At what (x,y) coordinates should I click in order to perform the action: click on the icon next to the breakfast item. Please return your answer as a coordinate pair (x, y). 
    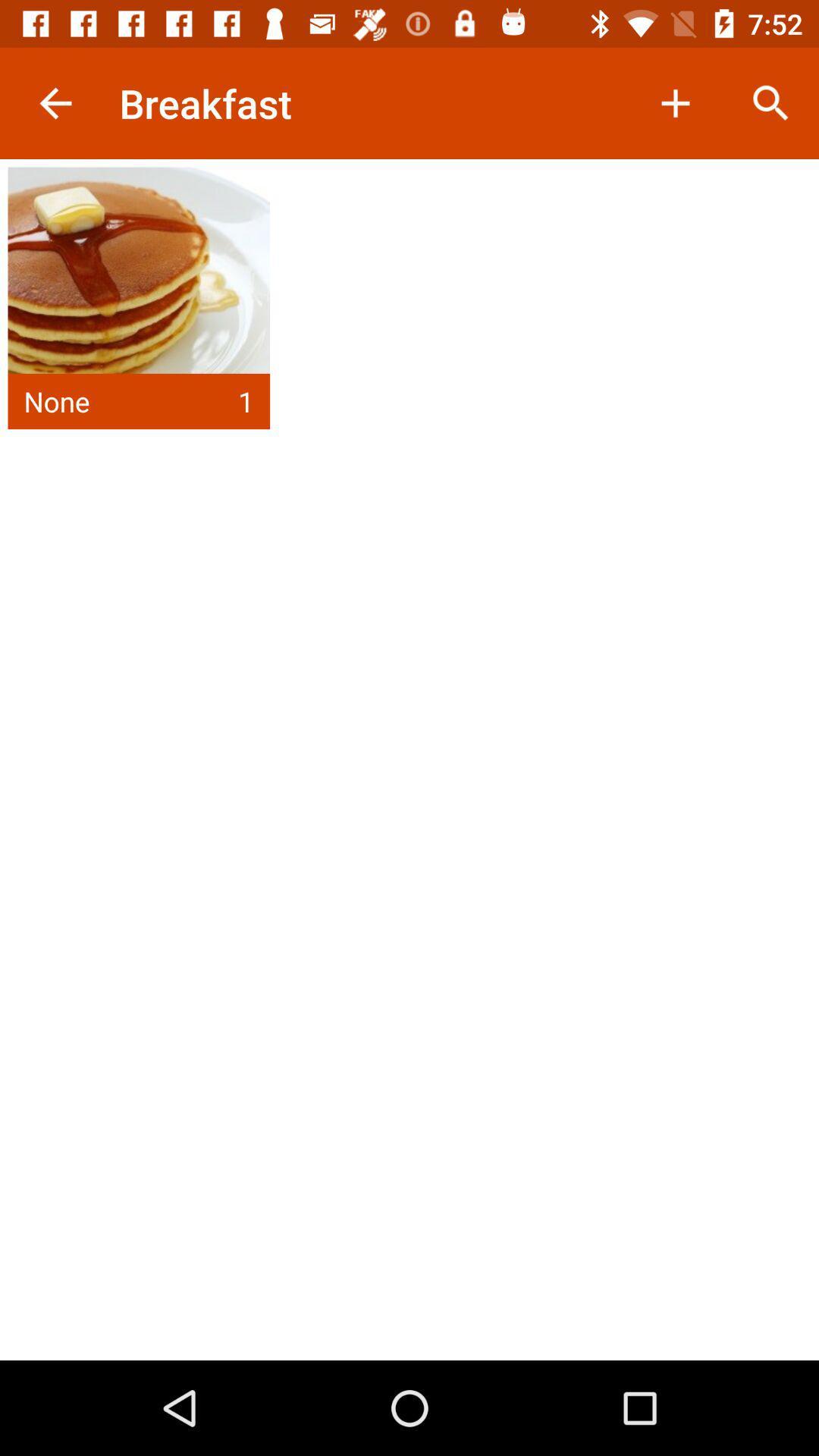
    Looking at the image, I should click on (675, 102).